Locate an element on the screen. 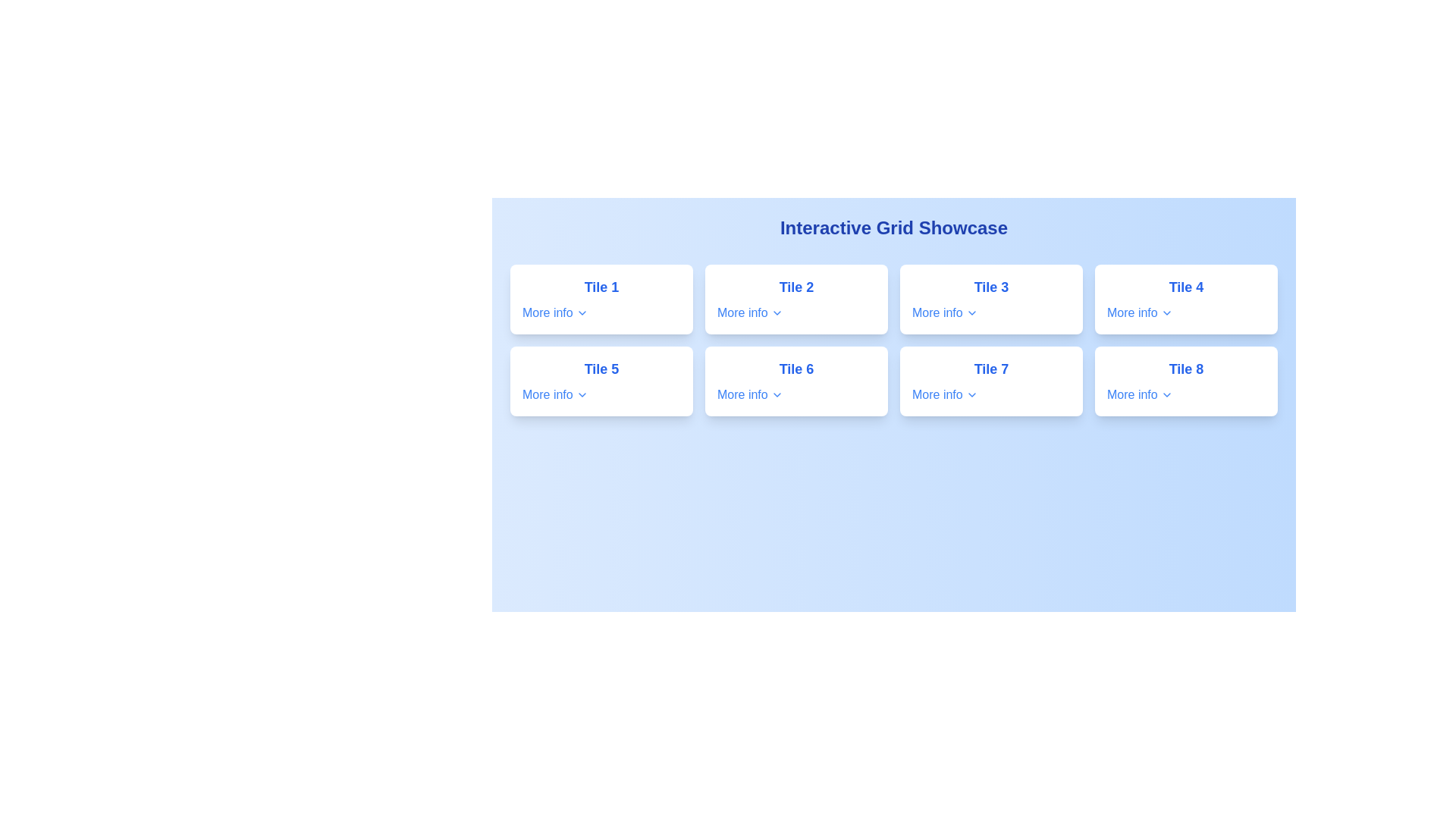  the chevron icon located on the 'More info' button within the 'Tile 5' section is located at coordinates (581, 394).